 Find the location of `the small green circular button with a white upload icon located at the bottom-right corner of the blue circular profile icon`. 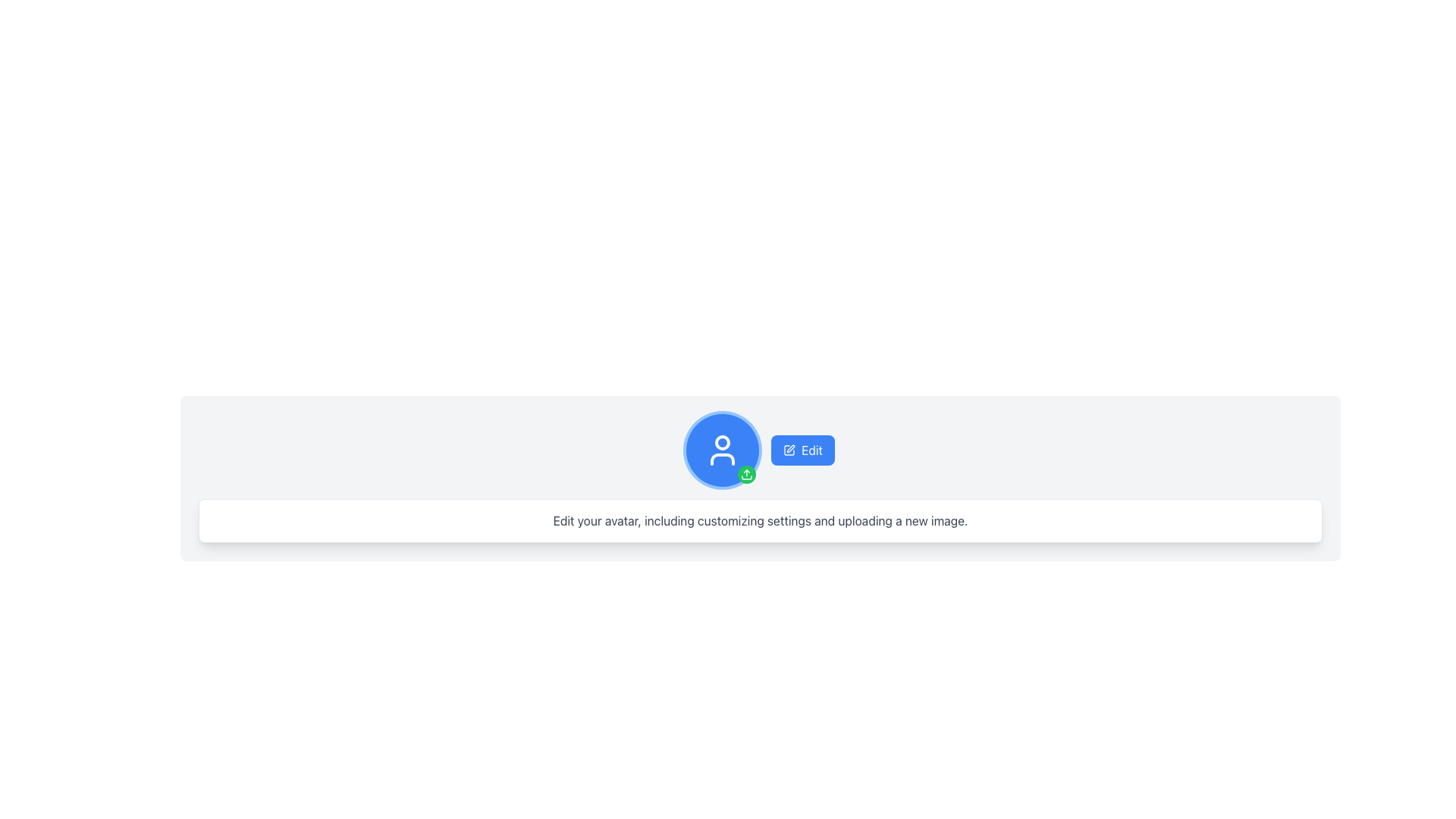

the small green circular button with a white upload icon located at the bottom-right corner of the blue circular profile icon is located at coordinates (747, 473).